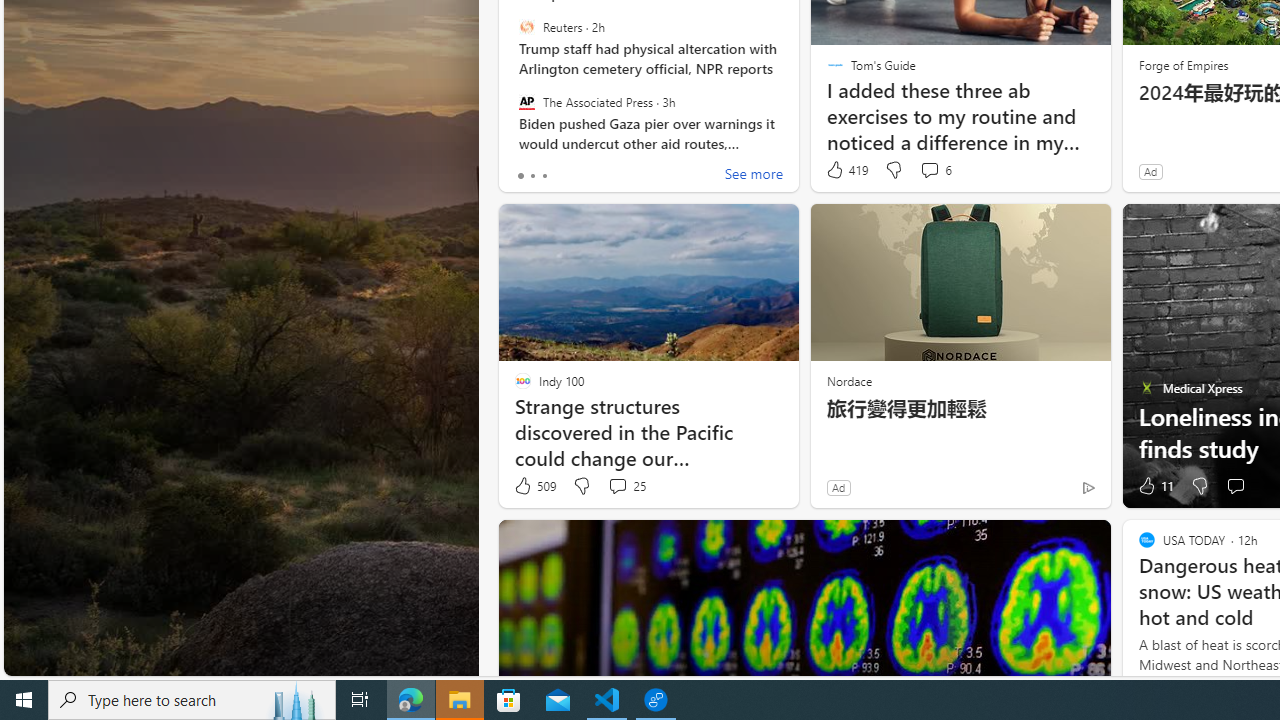 The height and width of the screenshot is (720, 1280). Describe the element at coordinates (534, 486) in the screenshot. I see `'509 Like'` at that location.